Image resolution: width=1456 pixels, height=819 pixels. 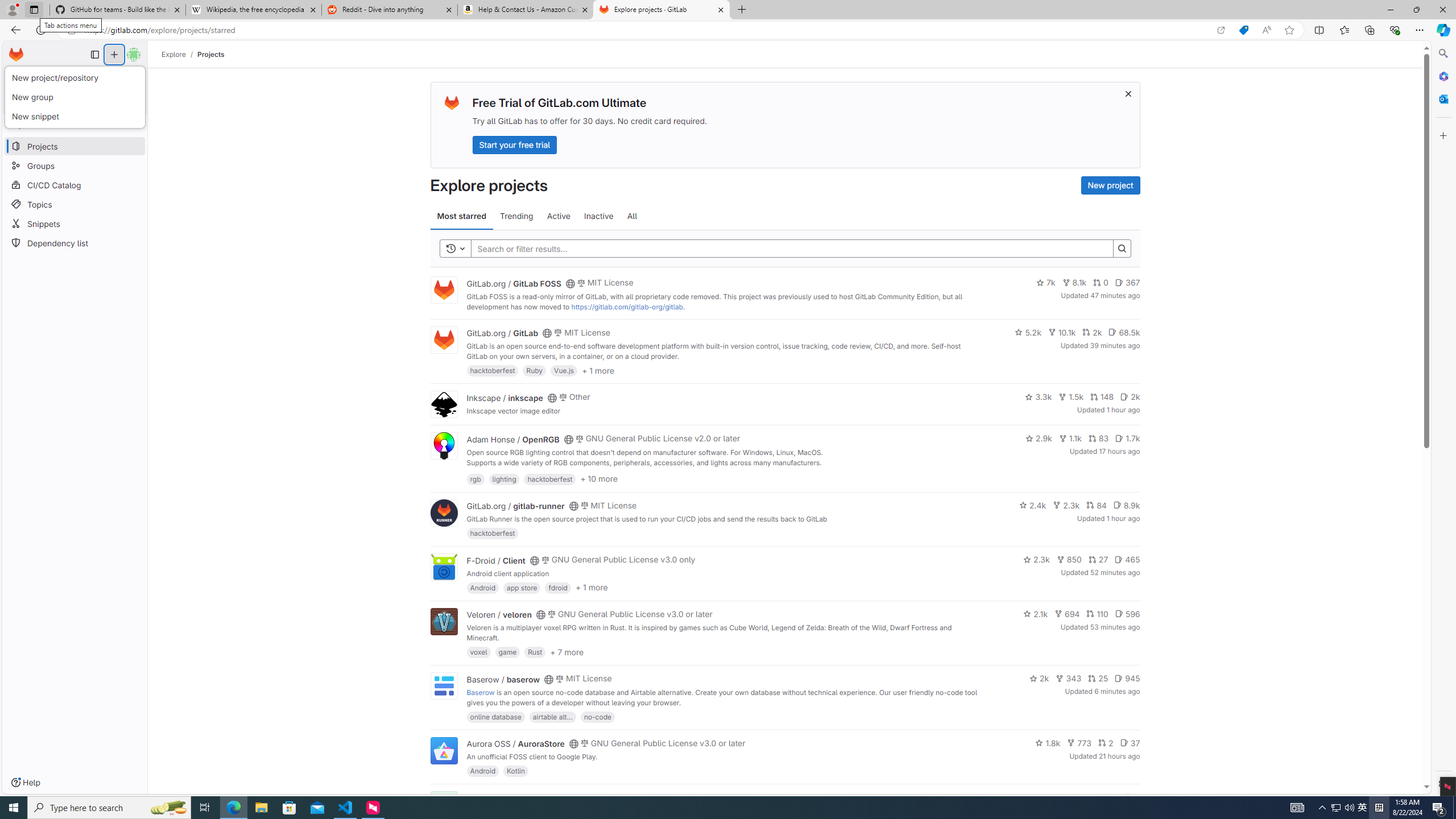 I want to click on 'Start your free trial', so click(x=514, y=144).